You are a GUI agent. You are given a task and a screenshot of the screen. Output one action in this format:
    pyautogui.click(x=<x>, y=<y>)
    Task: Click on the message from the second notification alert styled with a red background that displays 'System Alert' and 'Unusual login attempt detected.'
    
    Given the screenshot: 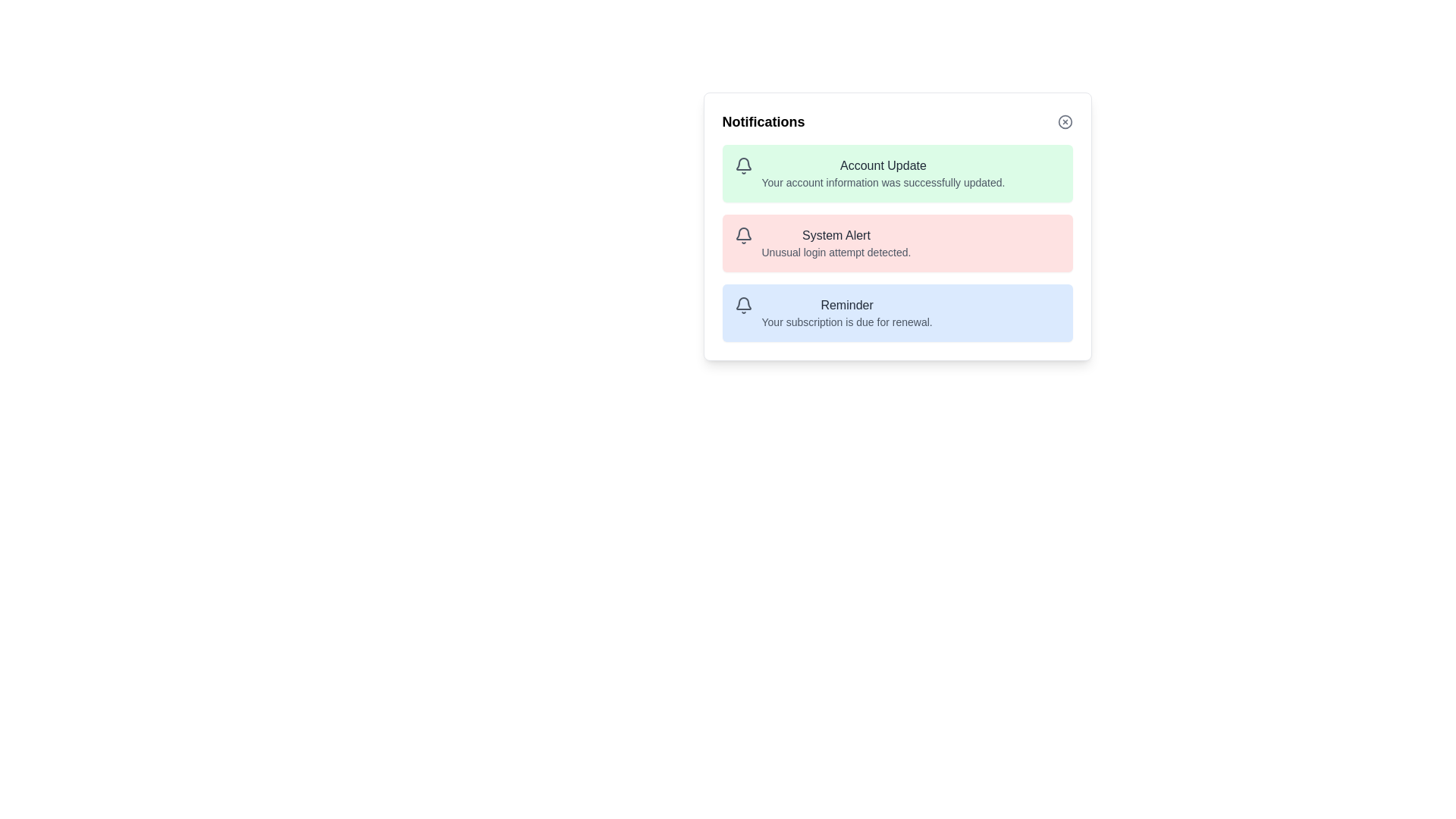 What is the action you would take?
    pyautogui.click(x=897, y=242)
    